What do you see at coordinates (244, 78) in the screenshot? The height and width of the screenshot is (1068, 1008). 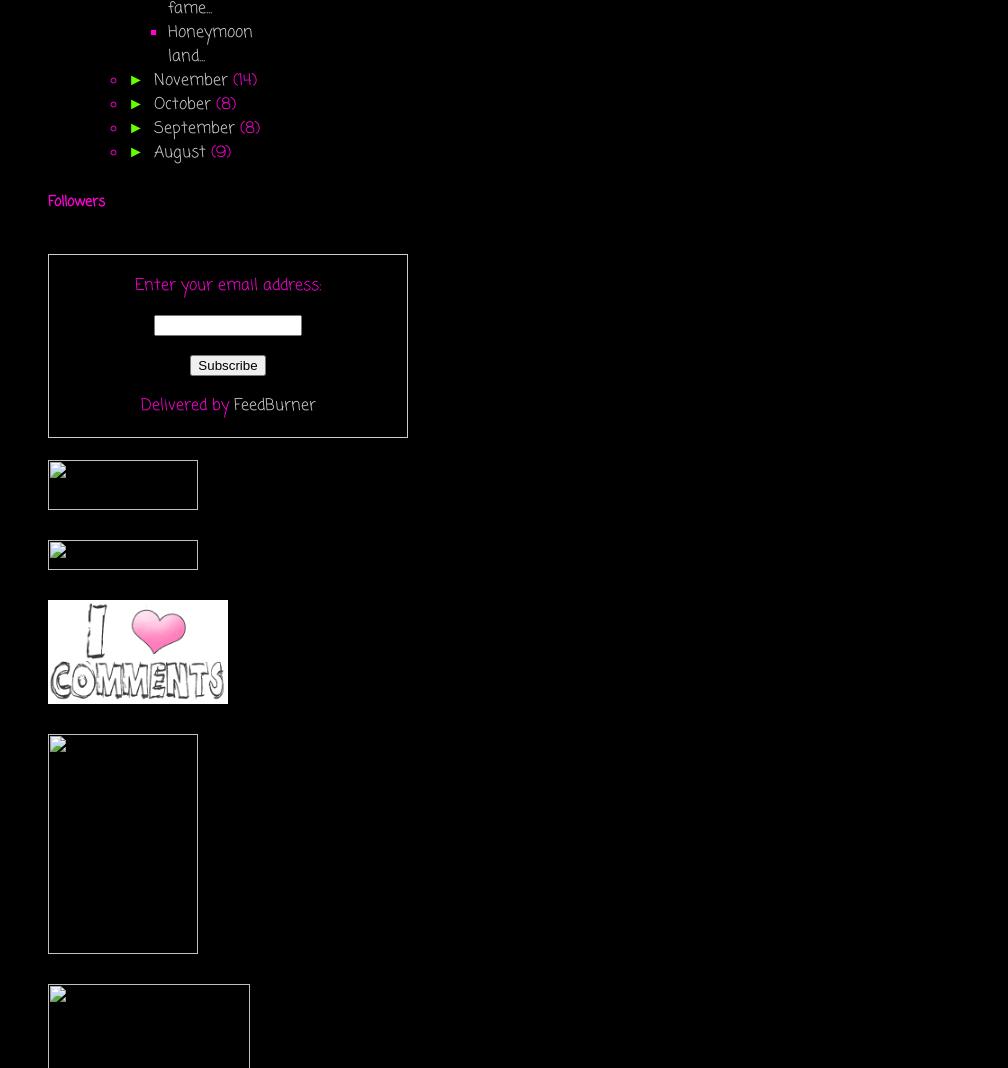 I see `'(14)'` at bounding box center [244, 78].